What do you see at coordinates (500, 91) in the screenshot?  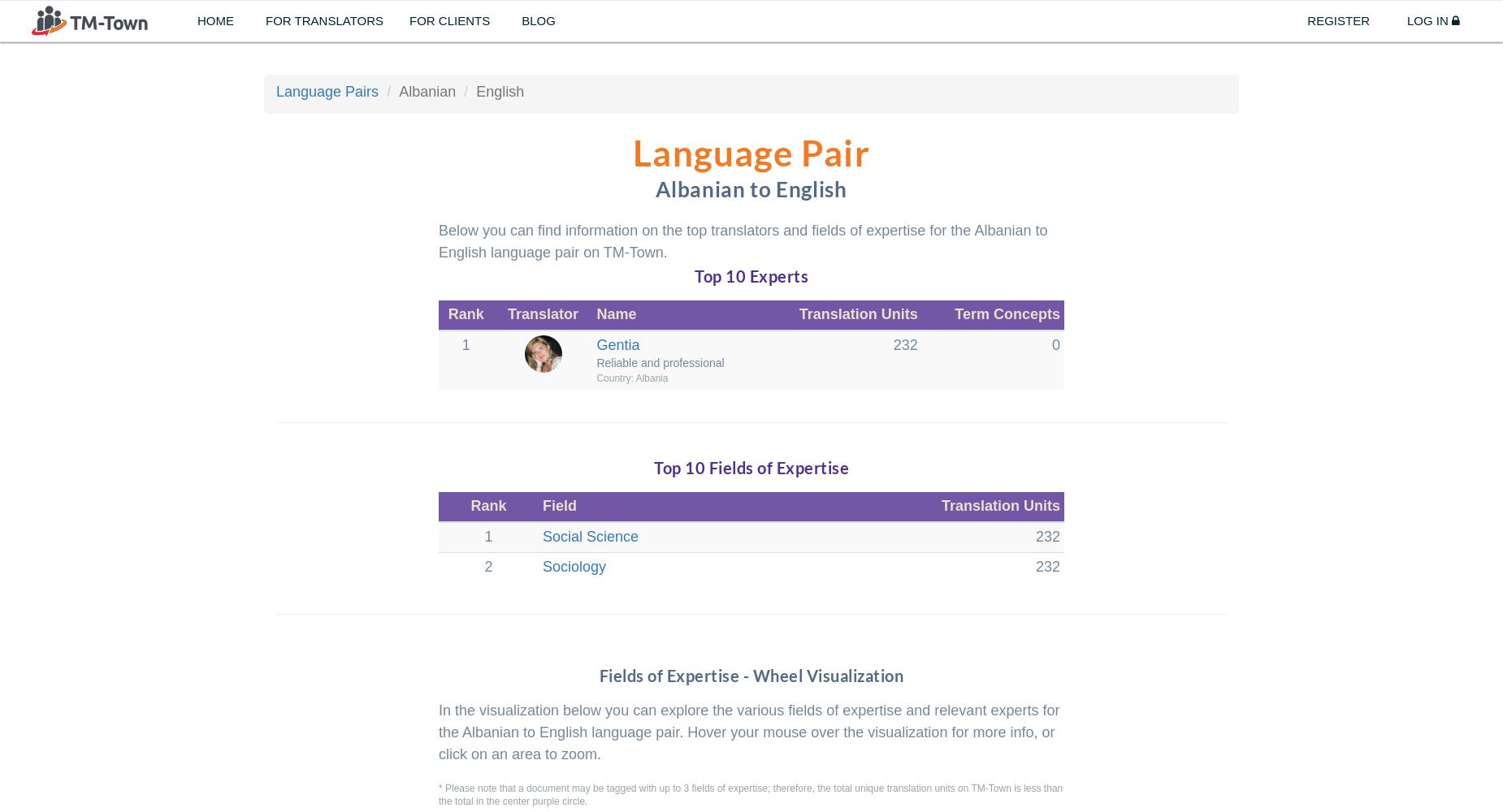 I see `'English'` at bounding box center [500, 91].